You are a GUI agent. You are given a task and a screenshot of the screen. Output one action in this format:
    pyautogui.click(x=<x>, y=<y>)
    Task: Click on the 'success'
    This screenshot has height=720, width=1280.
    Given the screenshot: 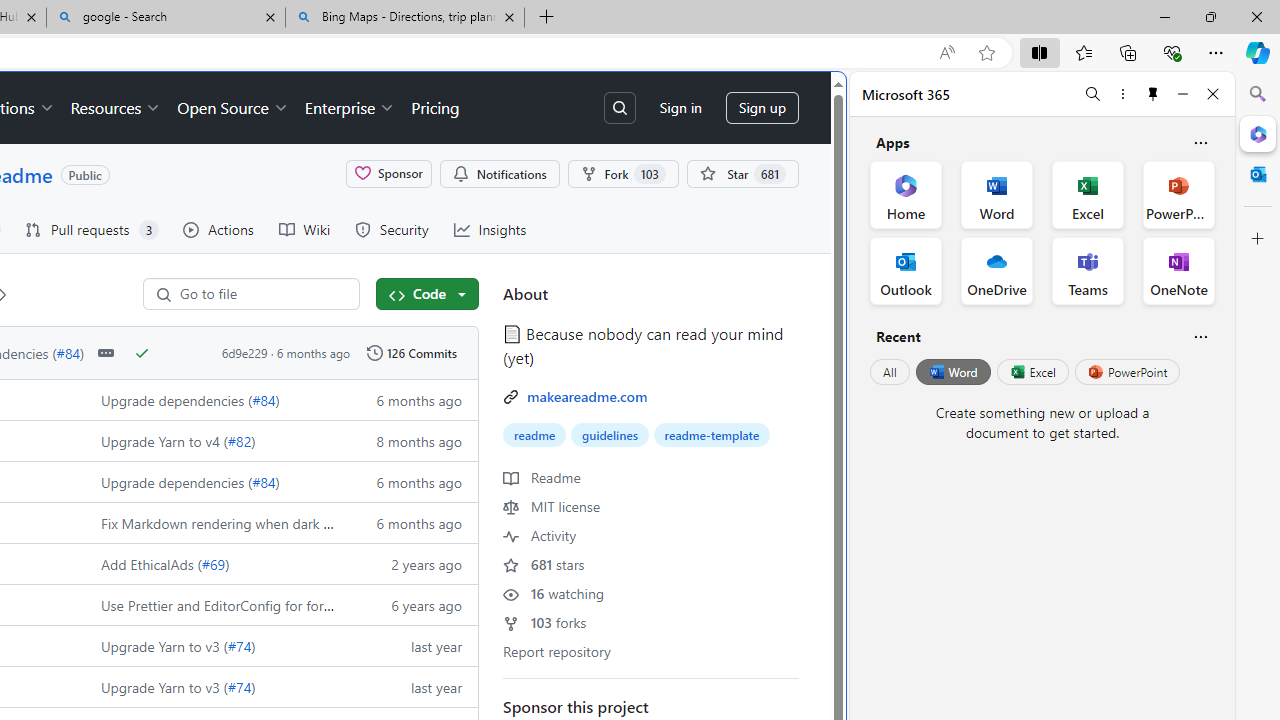 What is the action you would take?
    pyautogui.click(x=141, y=352)
    